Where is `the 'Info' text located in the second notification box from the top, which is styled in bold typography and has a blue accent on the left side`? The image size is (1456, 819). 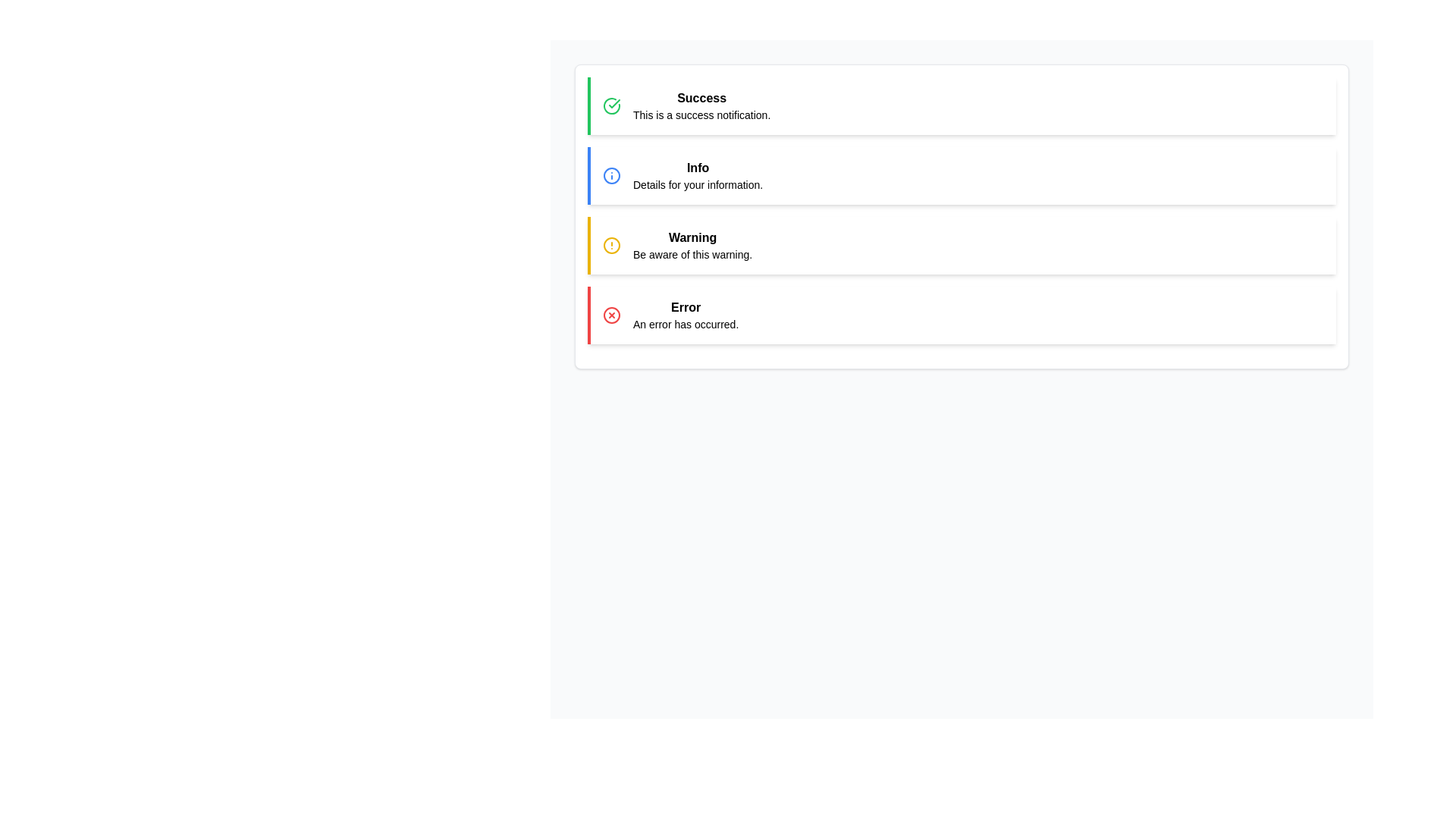 the 'Info' text located in the second notification box from the top, which is styled in bold typography and has a blue accent on the left side is located at coordinates (697, 168).